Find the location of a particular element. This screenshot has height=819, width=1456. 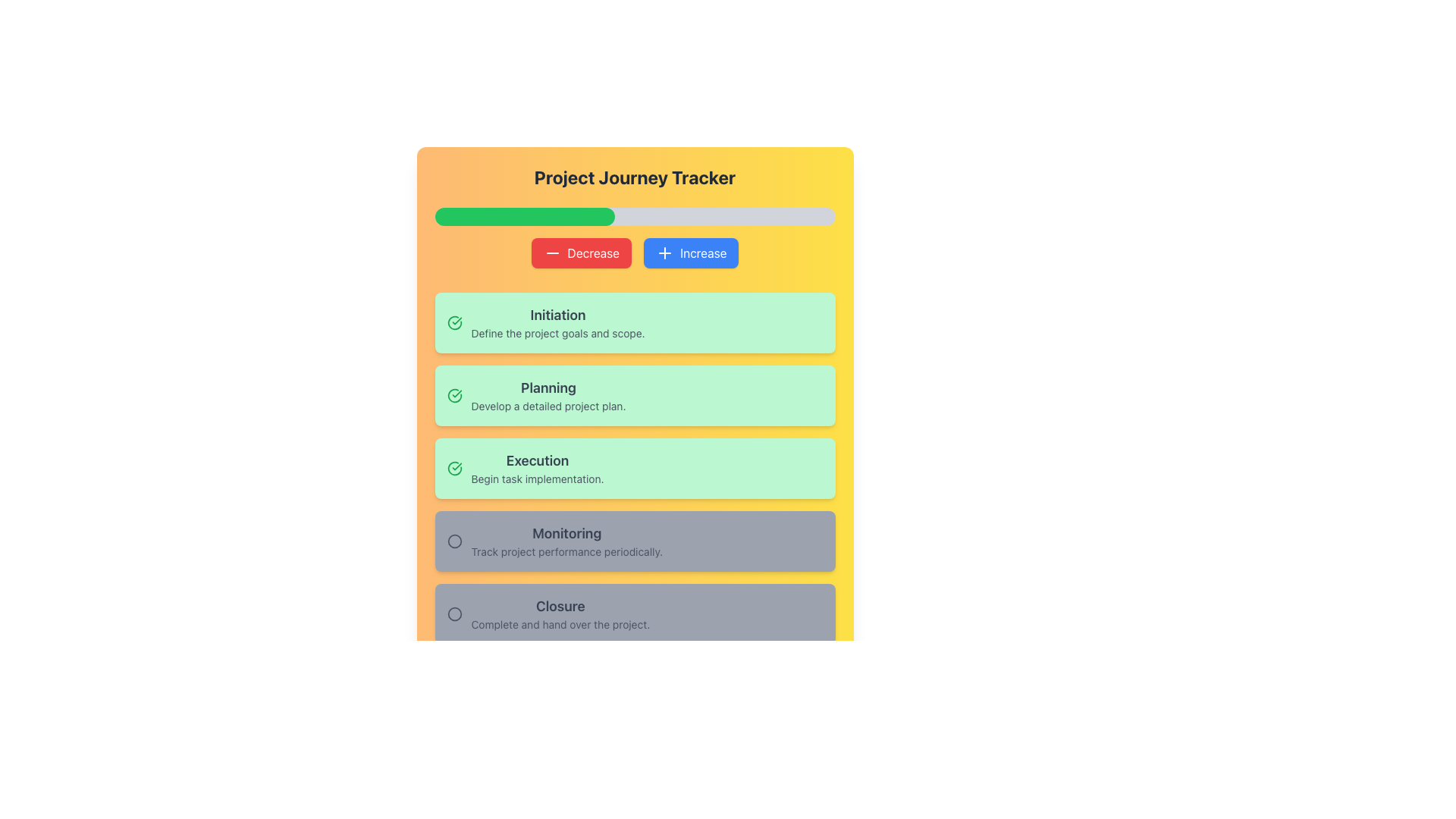

text label 'Increase' located within the button styled with rounded corners and a blue background at the specified coordinates is located at coordinates (702, 253).